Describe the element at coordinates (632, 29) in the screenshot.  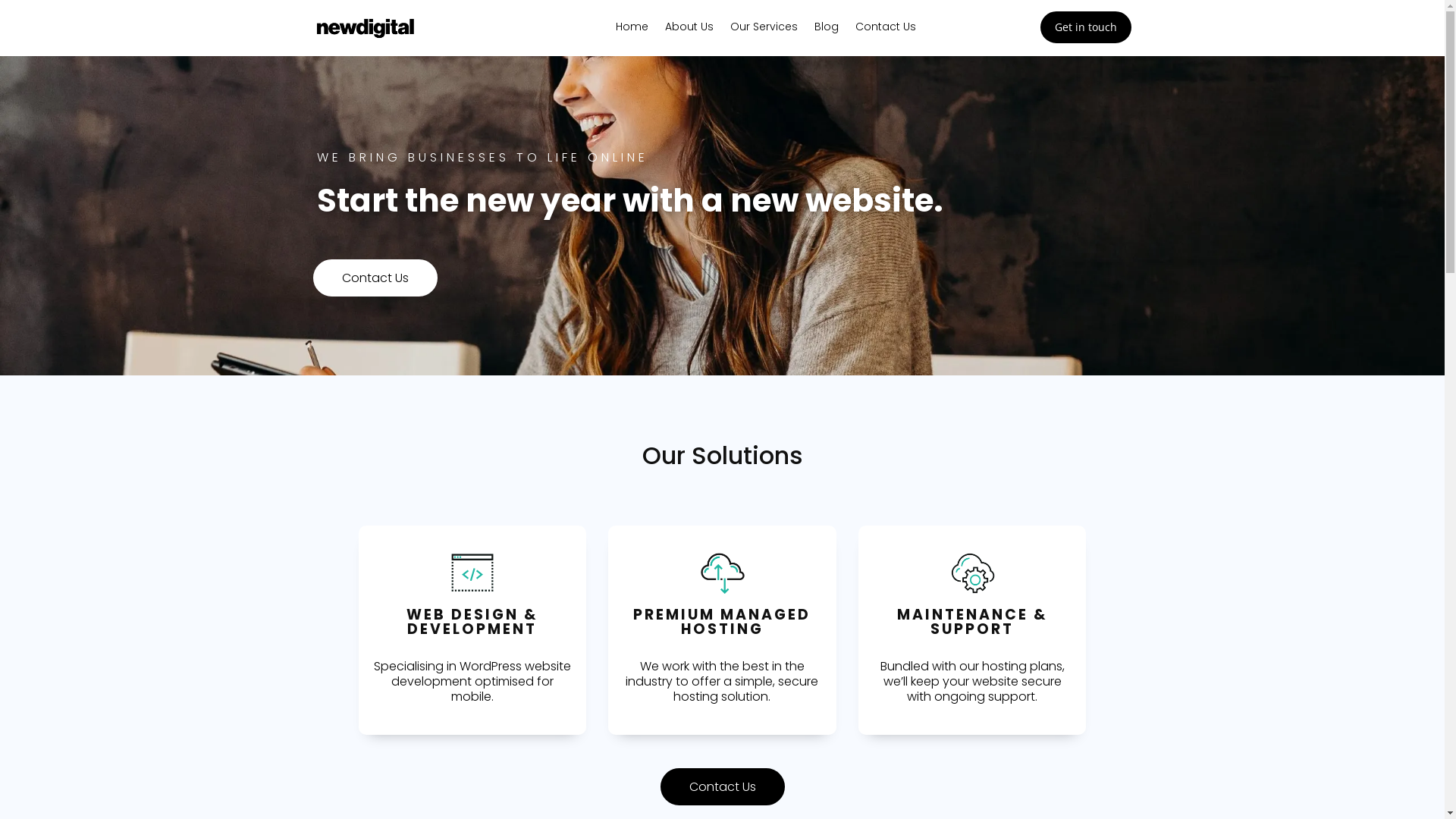
I see `'Home'` at that location.